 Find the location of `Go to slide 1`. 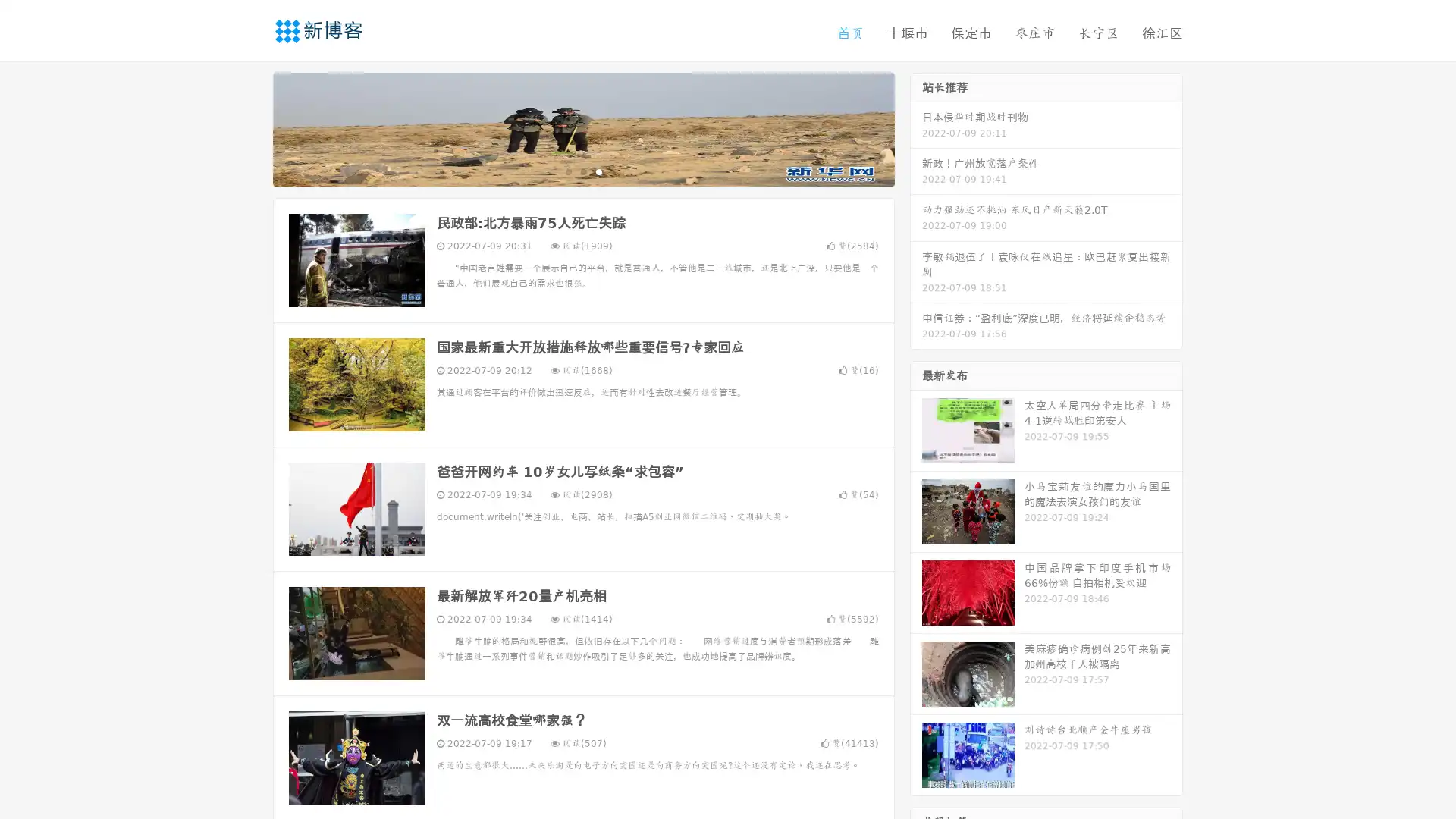

Go to slide 1 is located at coordinates (567, 171).